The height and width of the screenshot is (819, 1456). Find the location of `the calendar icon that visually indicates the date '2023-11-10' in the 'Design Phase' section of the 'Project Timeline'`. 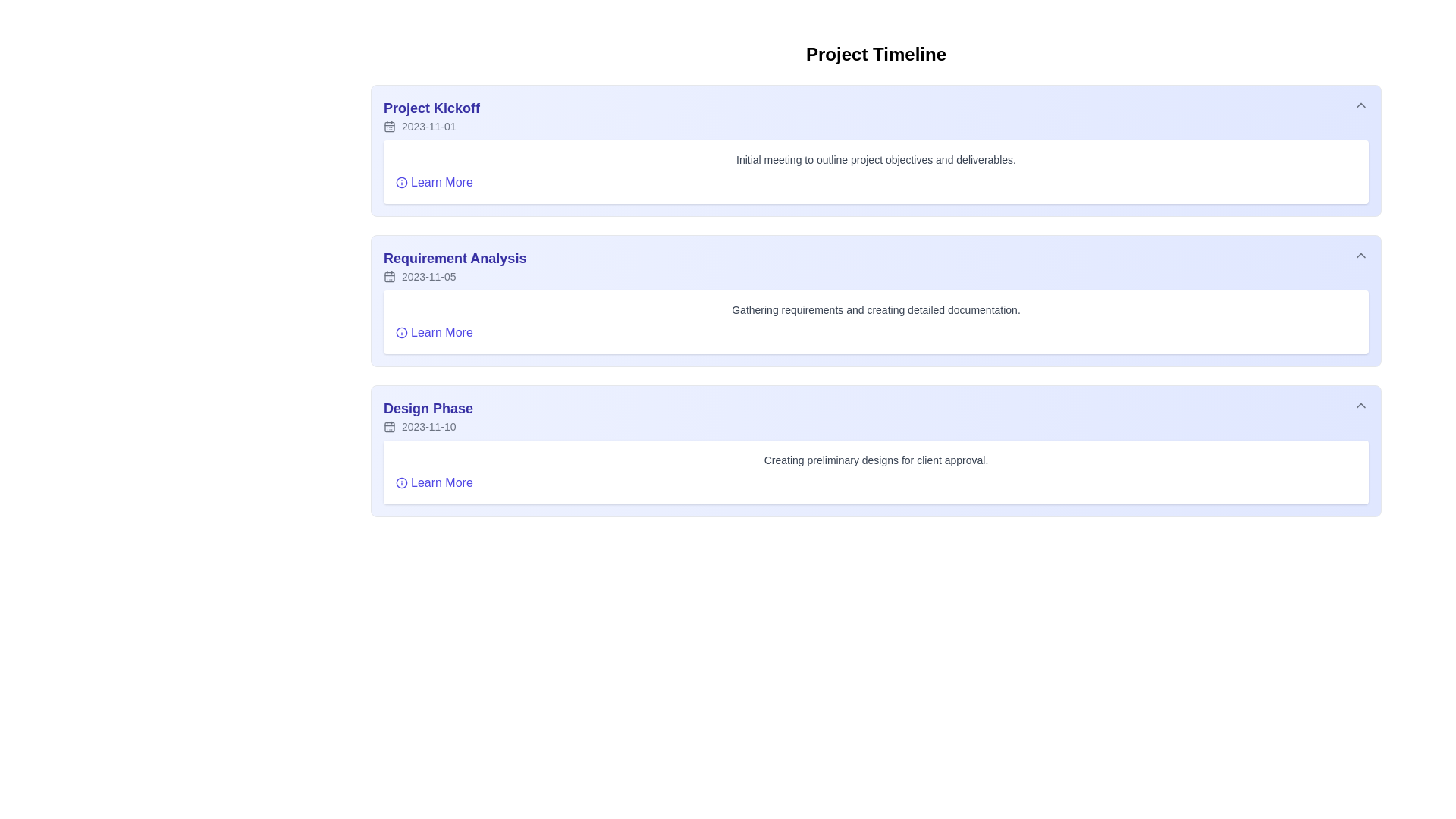

the calendar icon that visually indicates the date '2023-11-10' in the 'Design Phase' section of the 'Project Timeline' is located at coordinates (389, 427).